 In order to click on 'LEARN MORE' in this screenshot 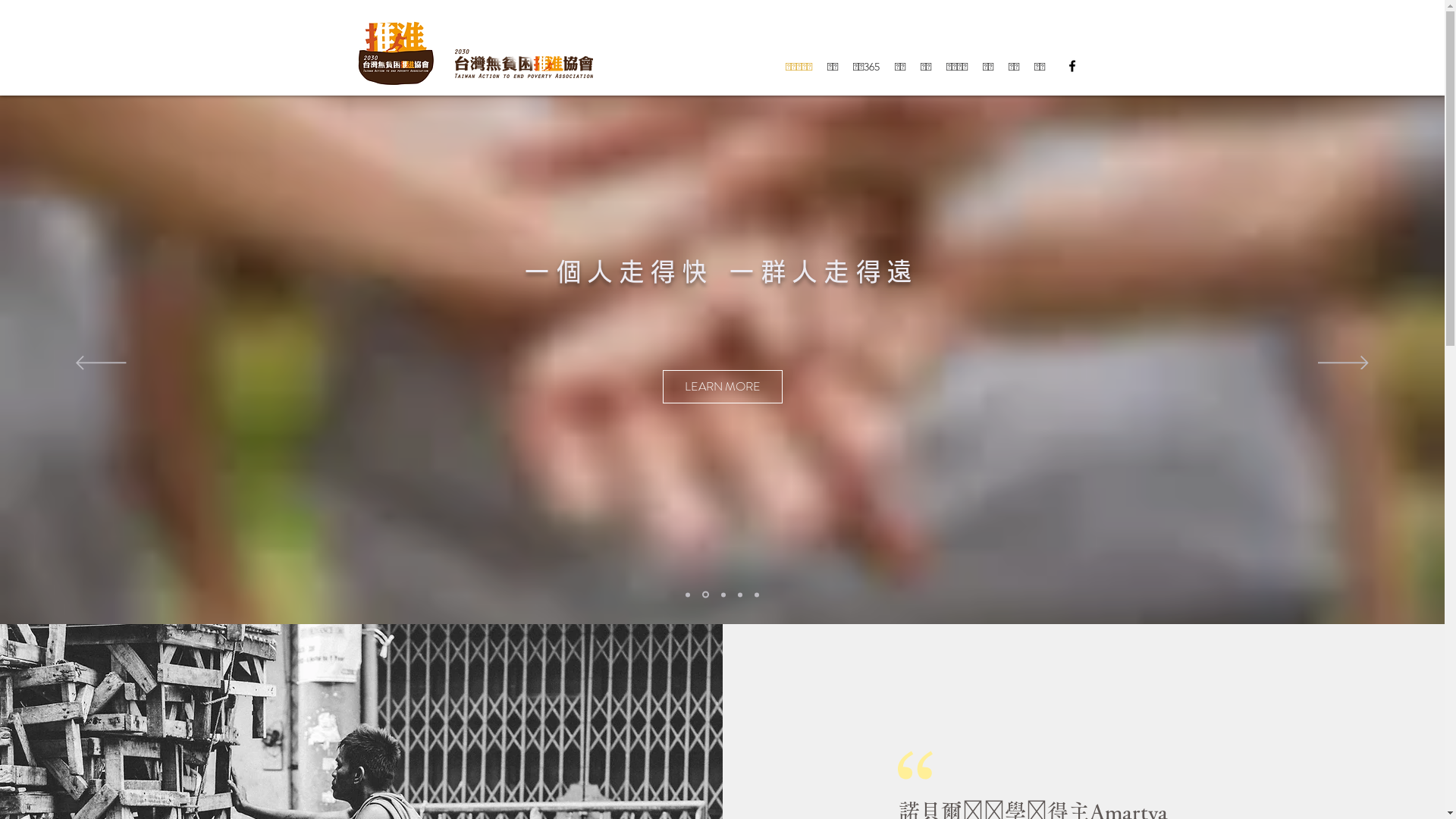, I will do `click(701, 385)`.